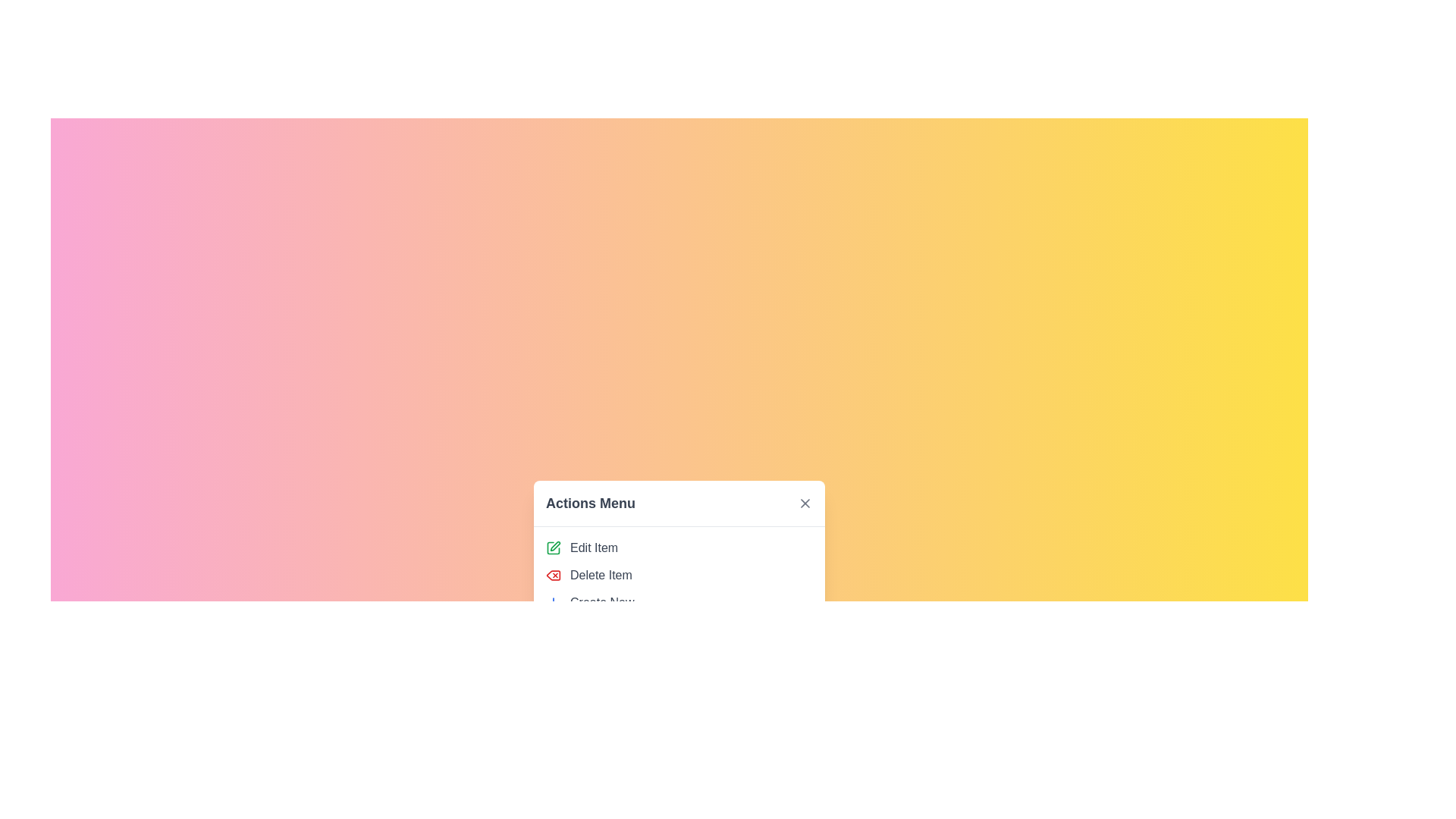 This screenshot has width=1456, height=819. I want to click on the Static Text Label that serves as the header for the 'Actions Menu' section, located above the close button icon, so click(589, 503).